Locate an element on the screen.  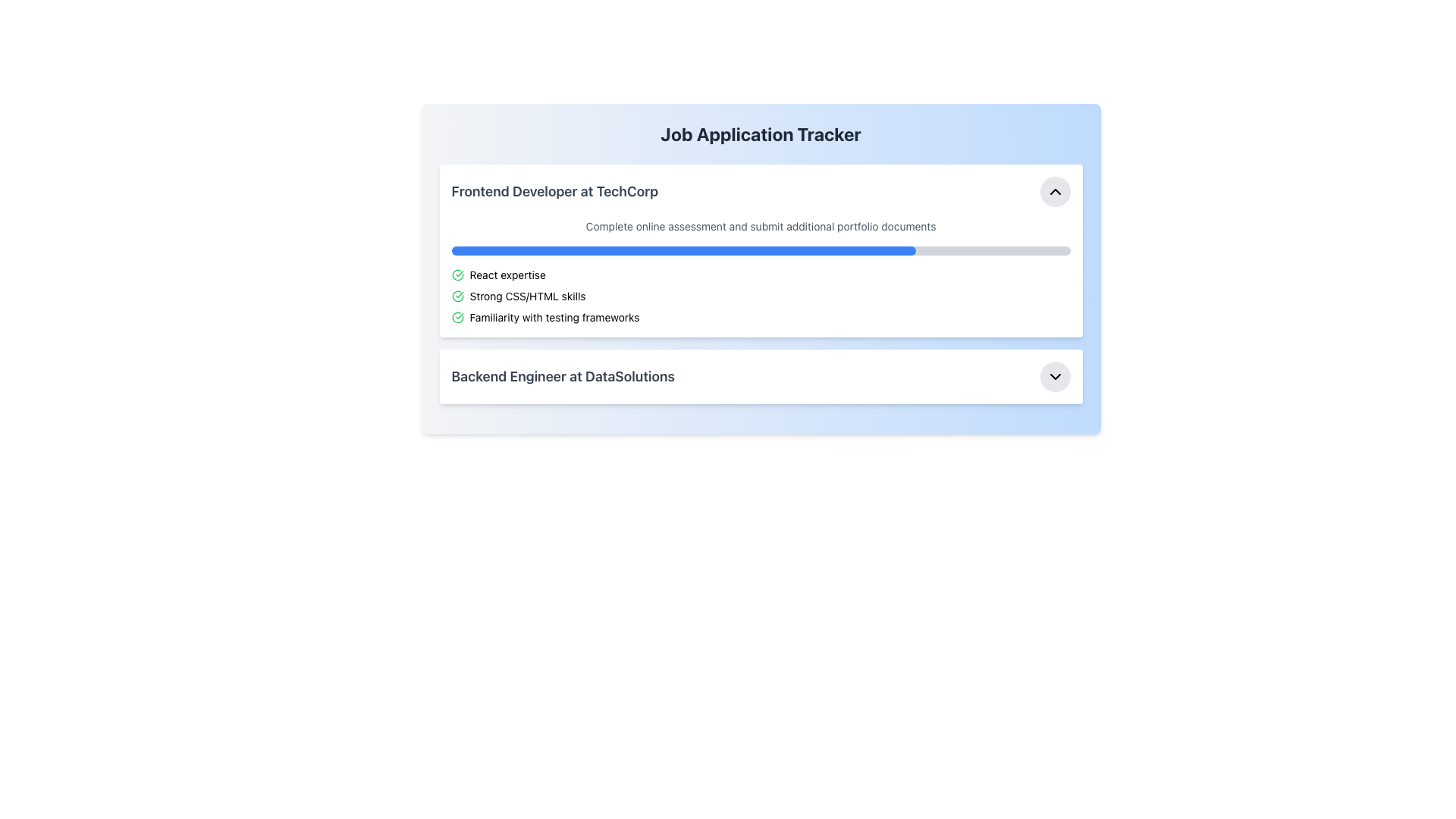
the circular button with a light gray background and a downward-pointing chevron icon, located at the far right of the line containing 'Backend Engineer at DataSolutions' is located at coordinates (1054, 376).